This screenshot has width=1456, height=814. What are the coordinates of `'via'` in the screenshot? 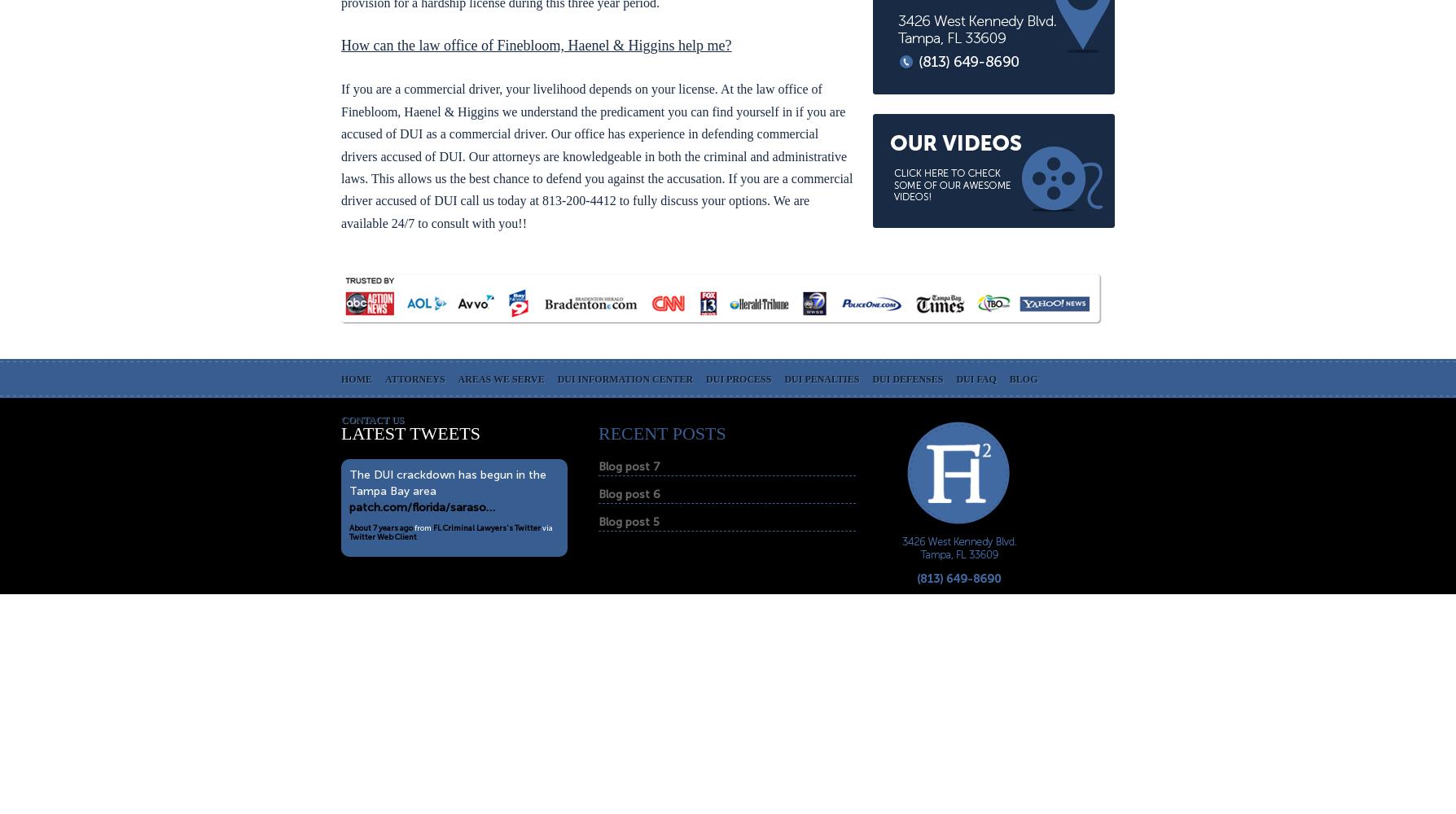 It's located at (541, 527).